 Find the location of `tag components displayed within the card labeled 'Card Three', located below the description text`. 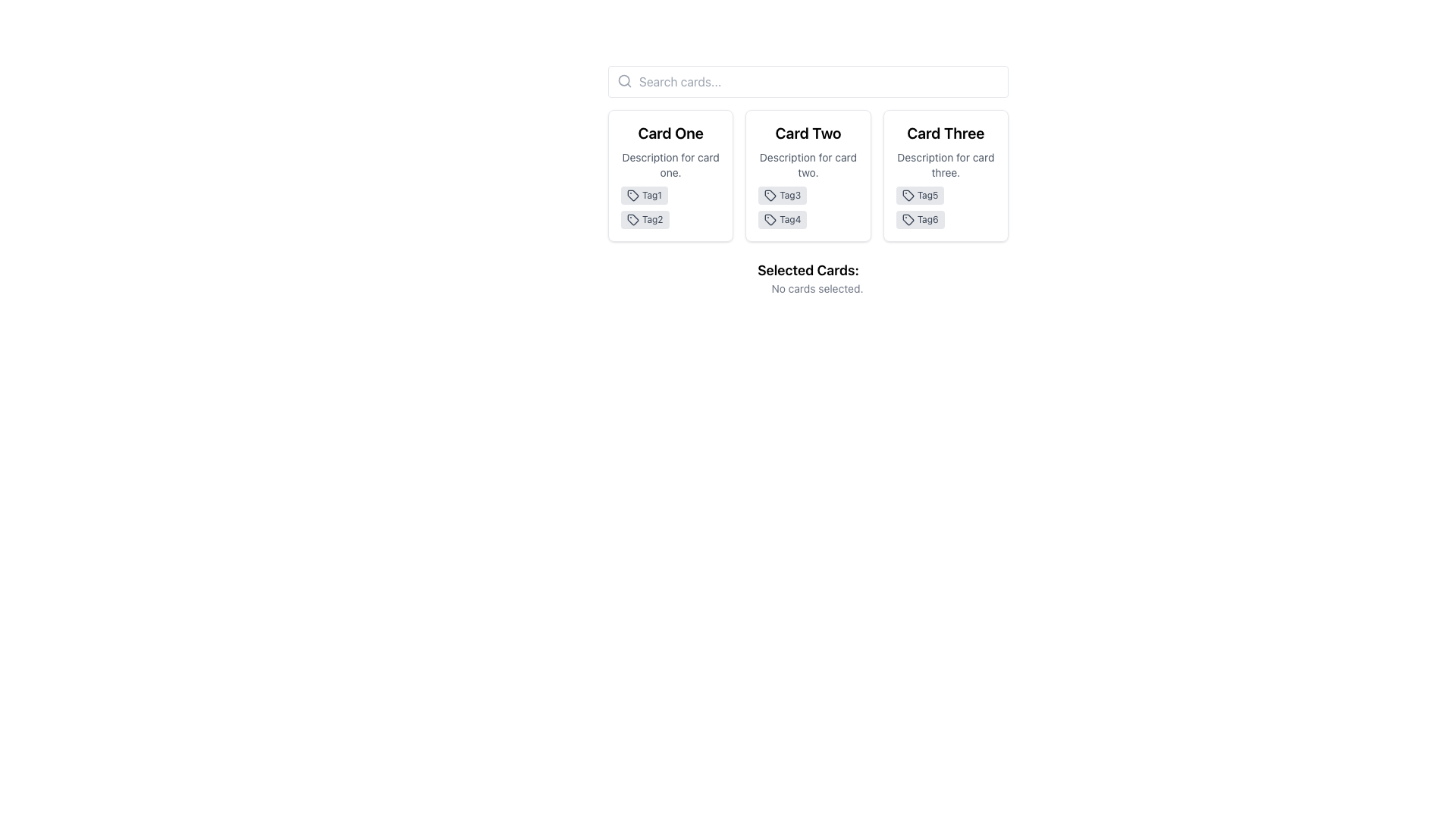

tag components displayed within the card labeled 'Card Three', located below the description text is located at coordinates (945, 207).